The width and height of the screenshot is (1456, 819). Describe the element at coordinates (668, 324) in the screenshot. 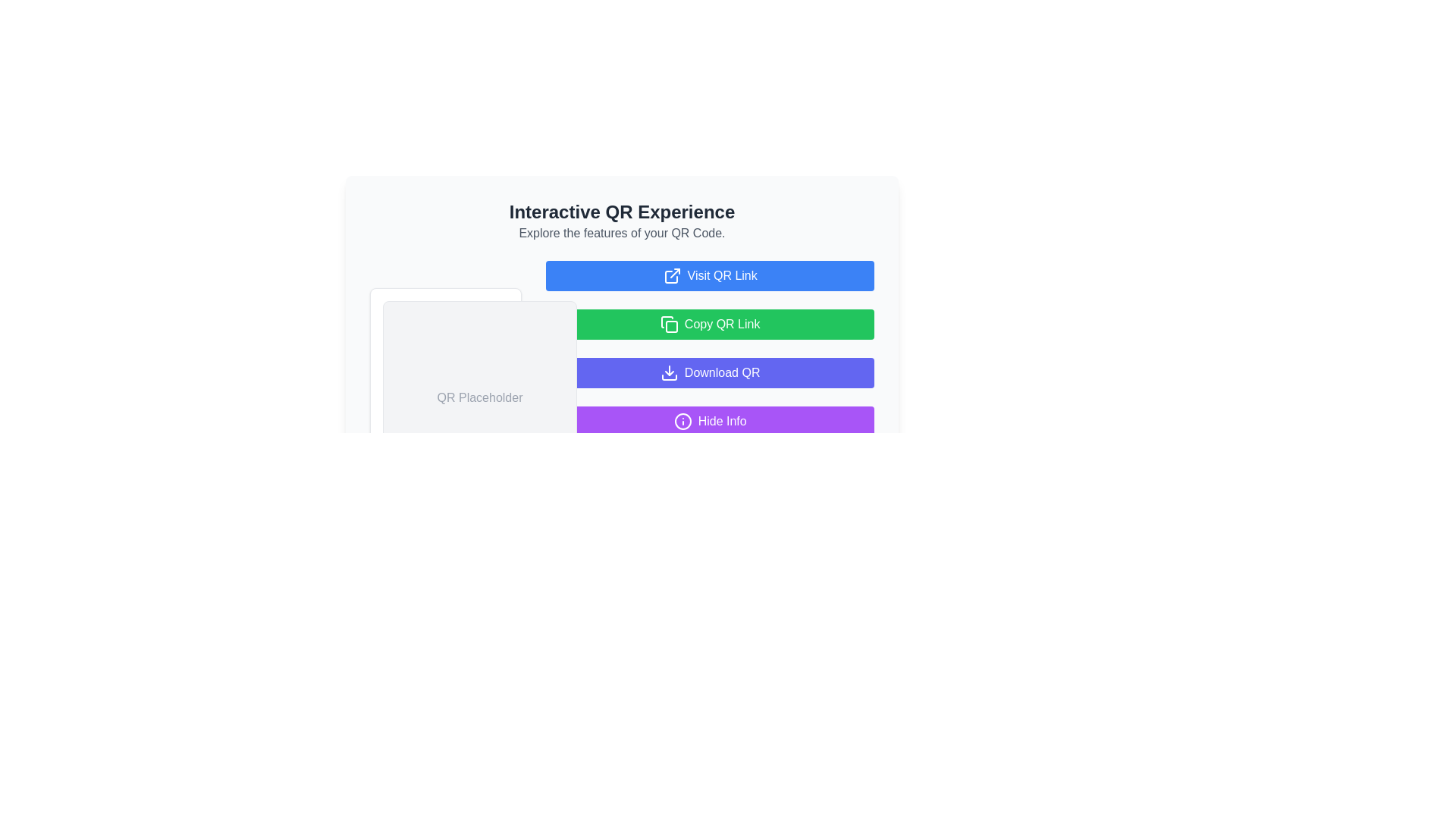

I see `the icon resembling two overlapping rectangles within the green button labeled 'Copy QR Link', which is positioned in the second row of interactive buttons` at that location.